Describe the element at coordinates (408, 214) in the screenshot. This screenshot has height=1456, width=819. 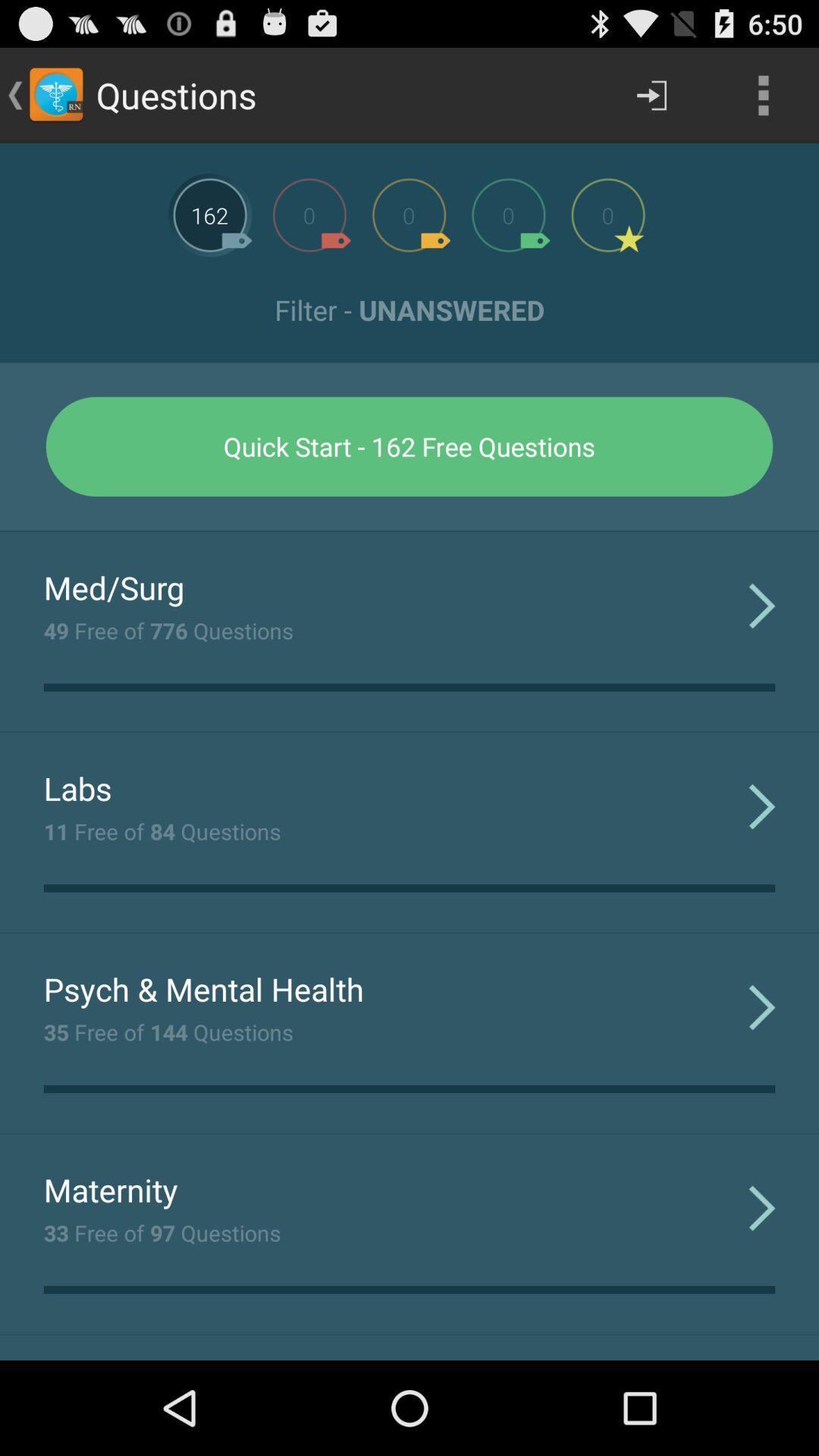
I see `yellow tag` at that location.